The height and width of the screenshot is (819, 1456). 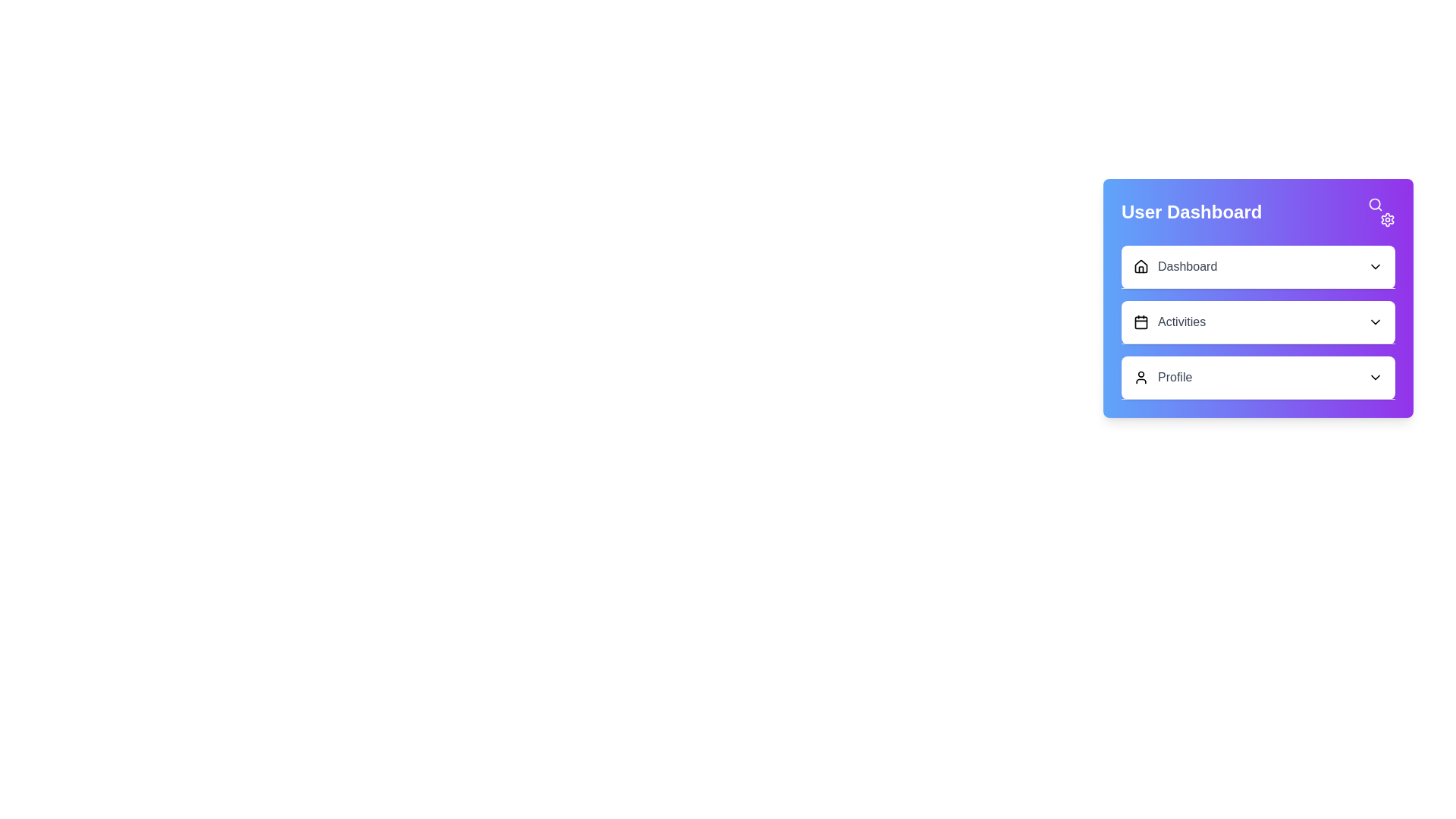 I want to click on the magnifying glass icon button on the top-right of the User Dashboard to initiate a search, so click(x=1376, y=205).